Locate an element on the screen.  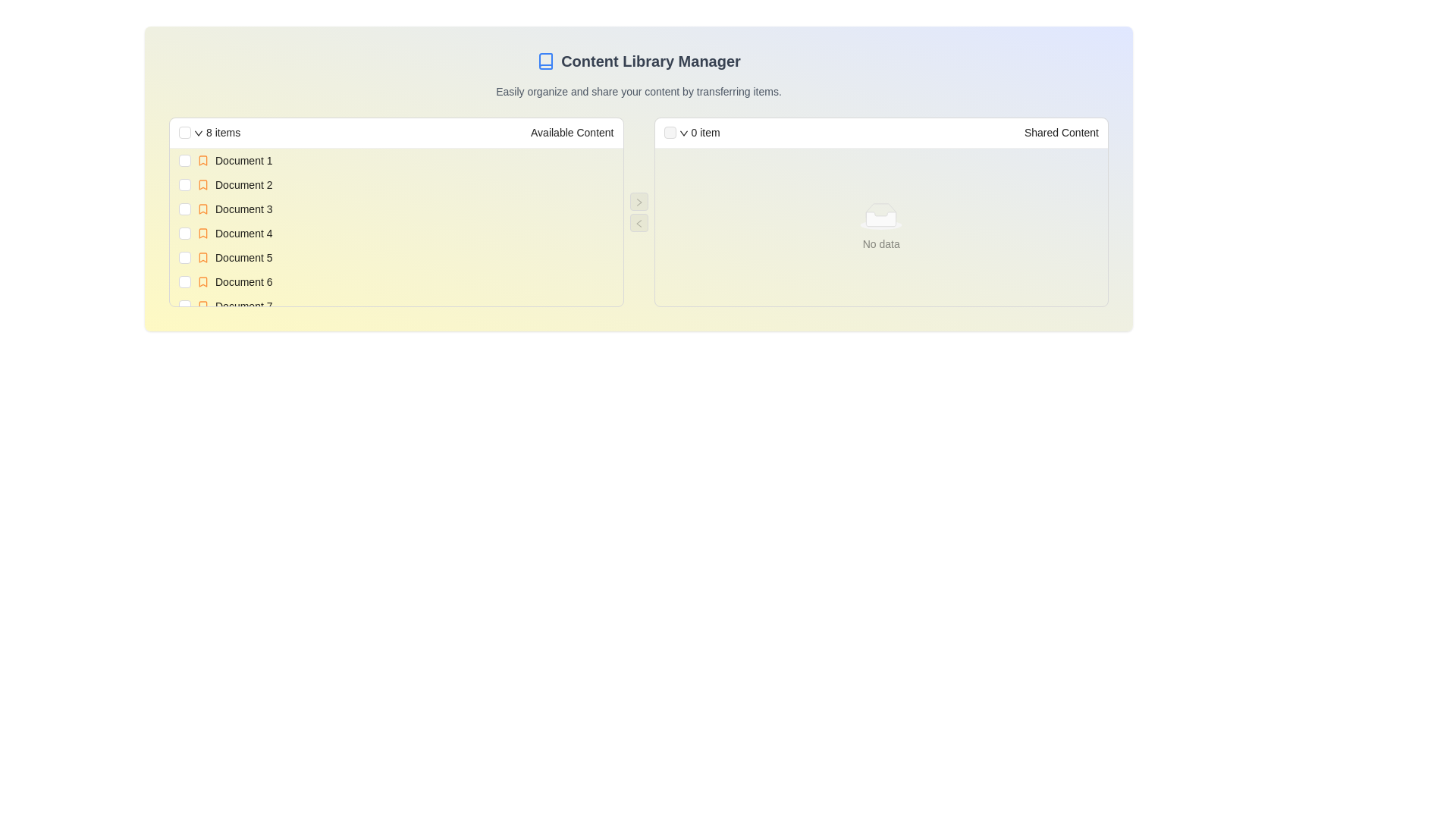
the 'No data' text label located in the 'Shared Content' section of the Content Library Manager interface is located at coordinates (881, 243).